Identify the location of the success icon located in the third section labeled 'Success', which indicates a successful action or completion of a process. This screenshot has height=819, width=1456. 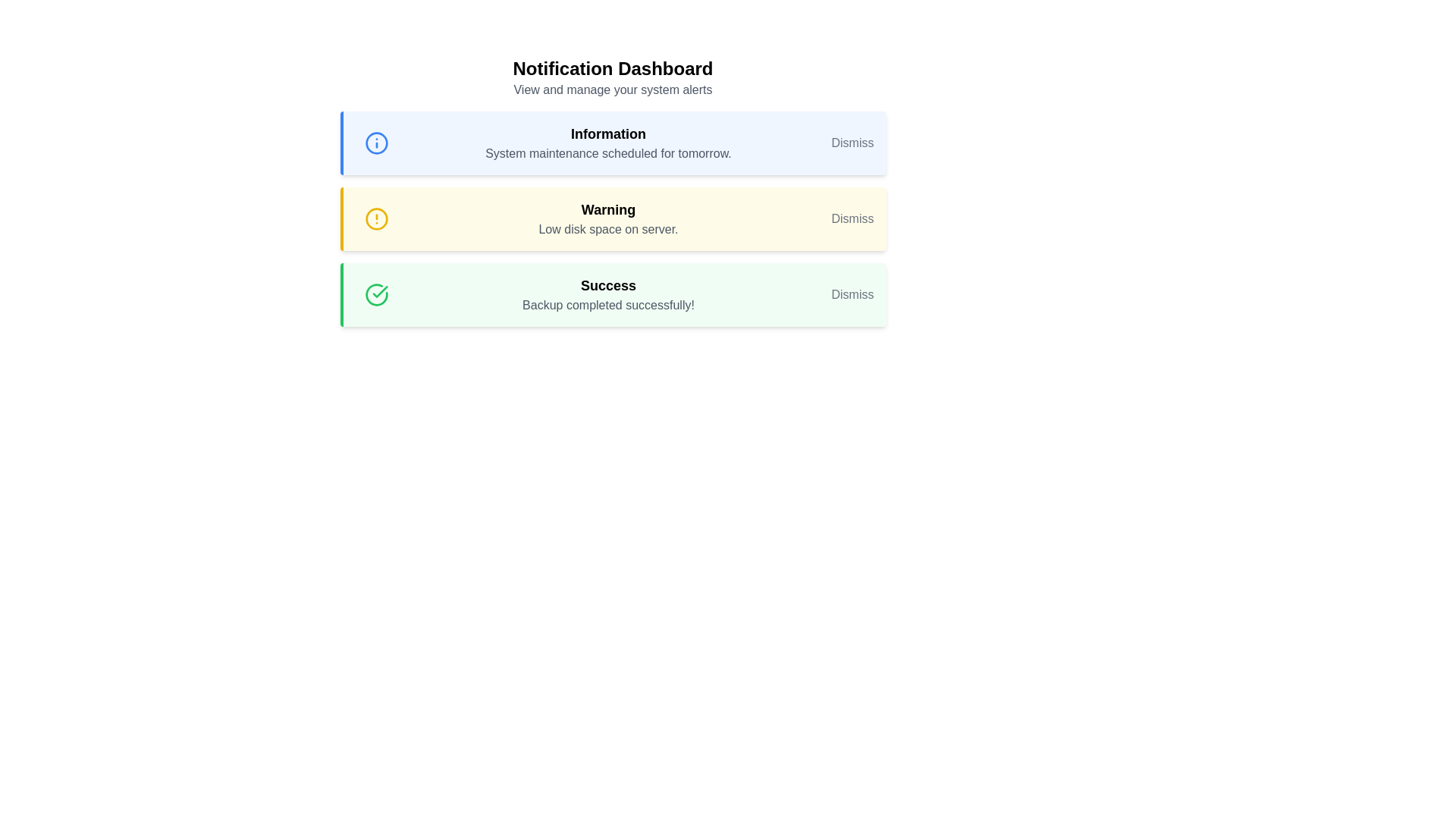
(380, 292).